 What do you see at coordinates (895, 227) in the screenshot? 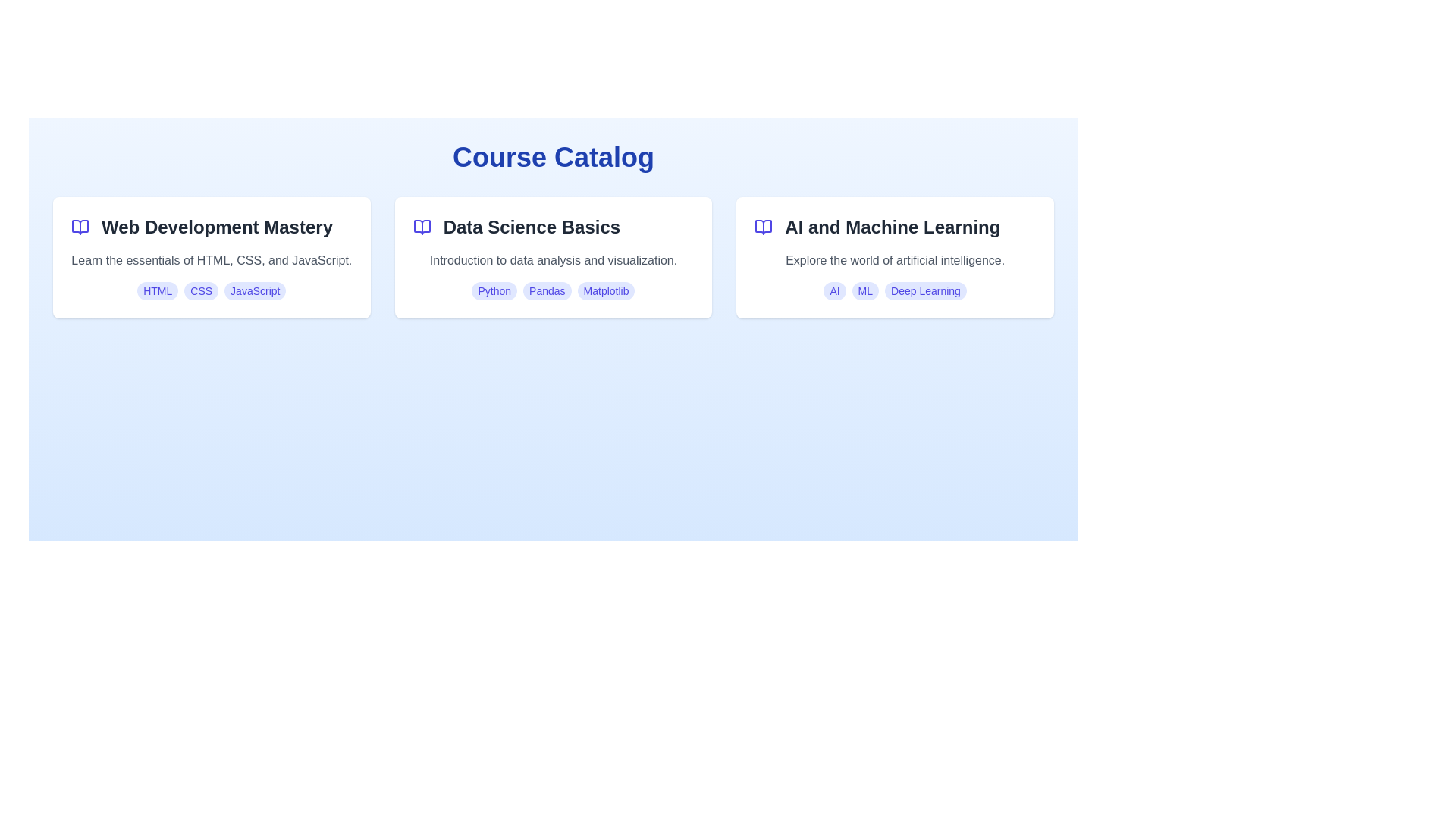
I see `the bold text label reading 'AI and Machine Learning' that is preceded by an indigo open book icon, located in the top section of the third card in a row of three` at bounding box center [895, 227].